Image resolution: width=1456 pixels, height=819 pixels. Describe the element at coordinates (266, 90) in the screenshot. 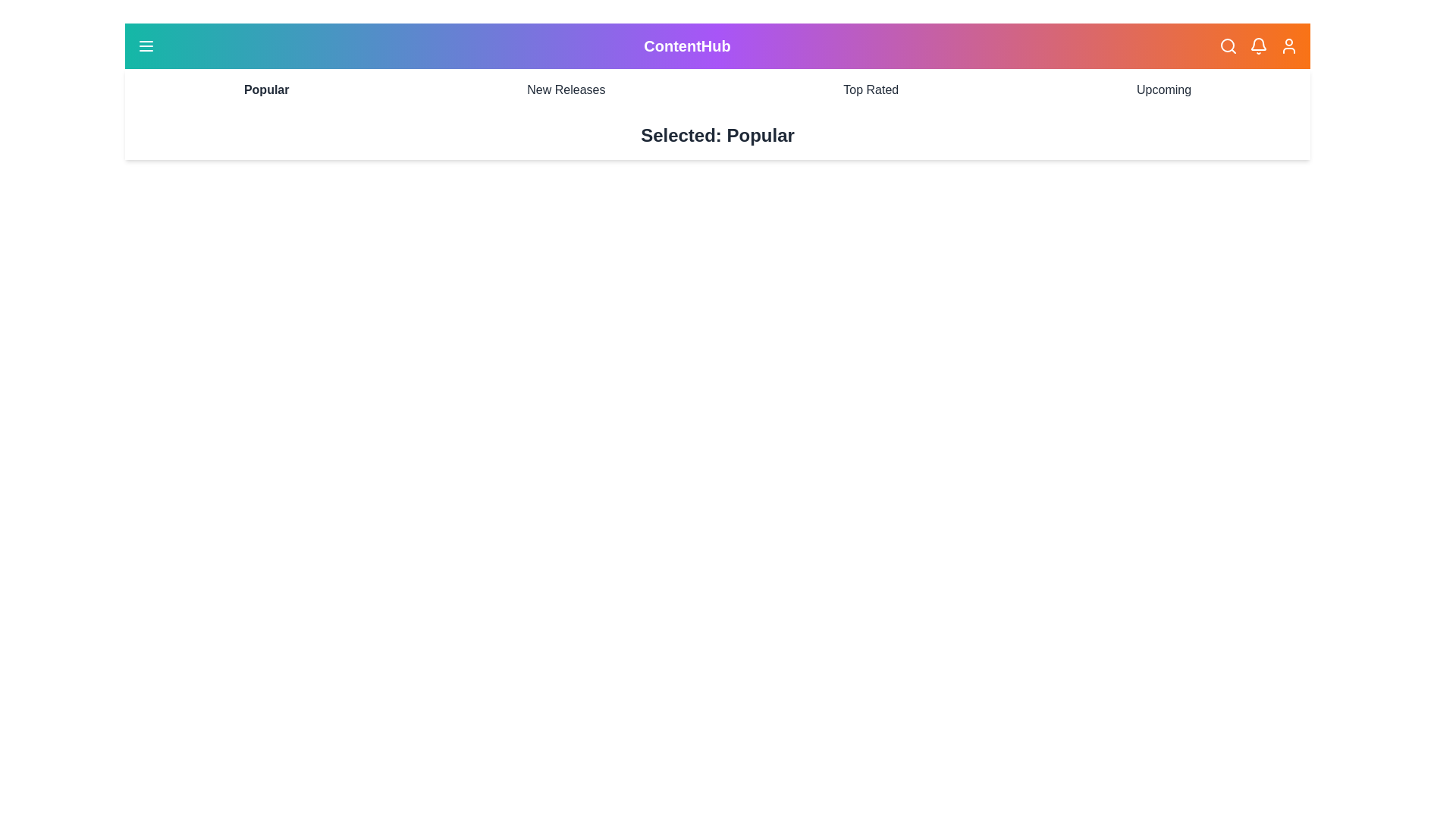

I see `the category Popular to select it` at that location.